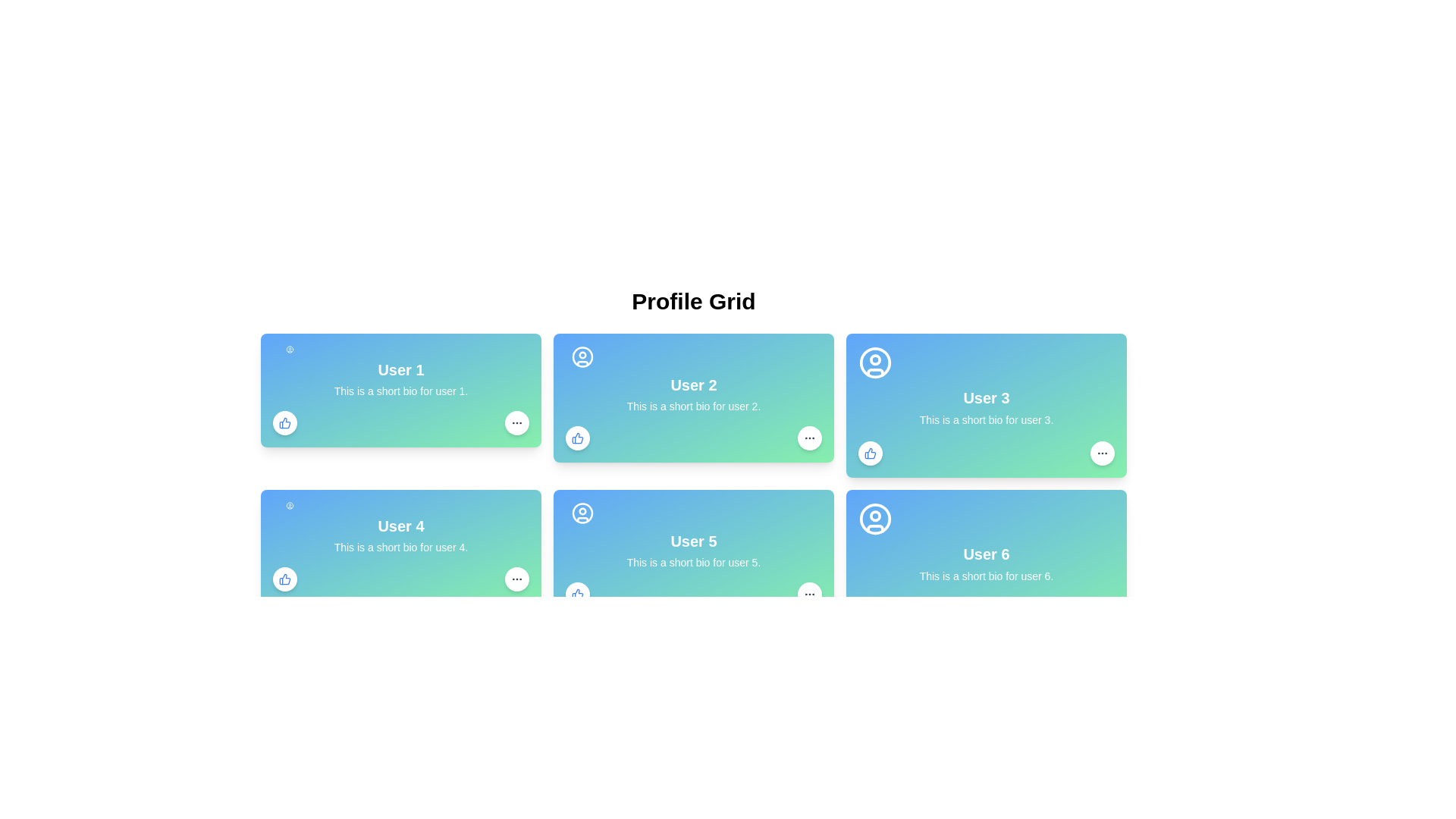 The image size is (1456, 819). What do you see at coordinates (875, 518) in the screenshot?
I see `the profile picture placeholder icon for 'User 6' located at the top left of their profile card` at bounding box center [875, 518].